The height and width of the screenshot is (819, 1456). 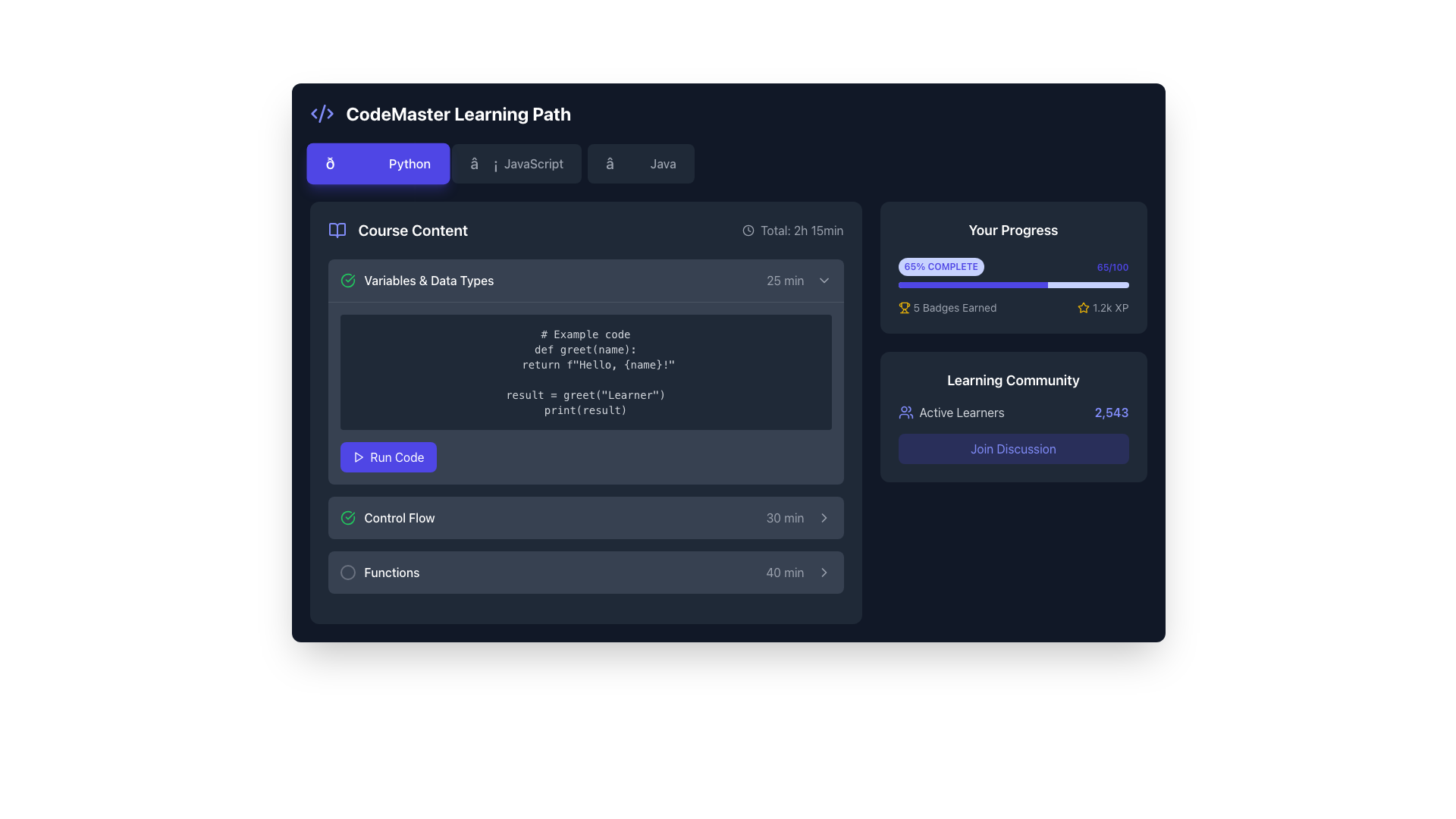 I want to click on the horizontally elongated rectangular bar with a dark gray background labeled 'Functions' in the Course Content section, so click(x=585, y=573).